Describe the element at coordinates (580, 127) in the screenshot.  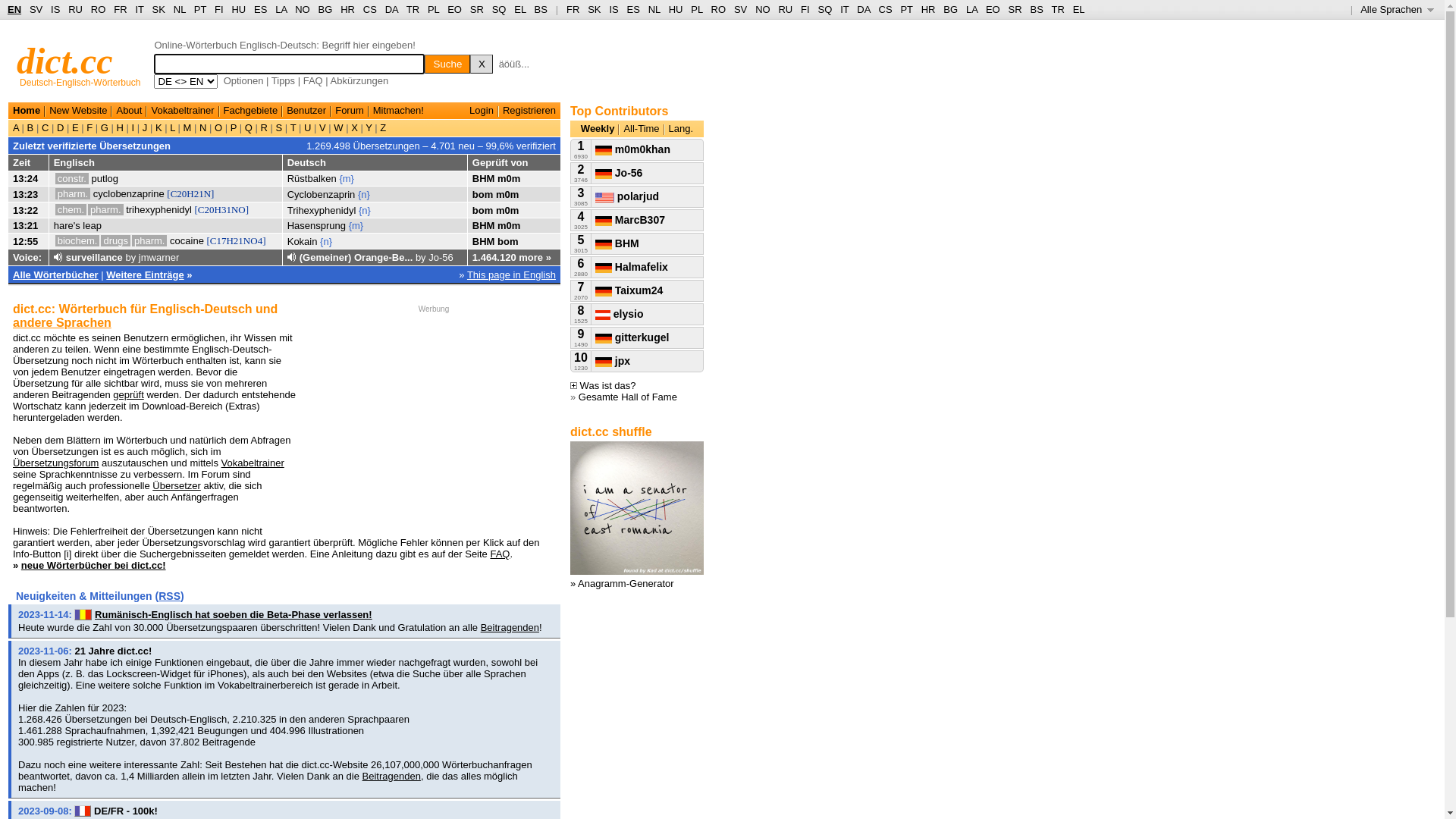
I see `'Weekly'` at that location.